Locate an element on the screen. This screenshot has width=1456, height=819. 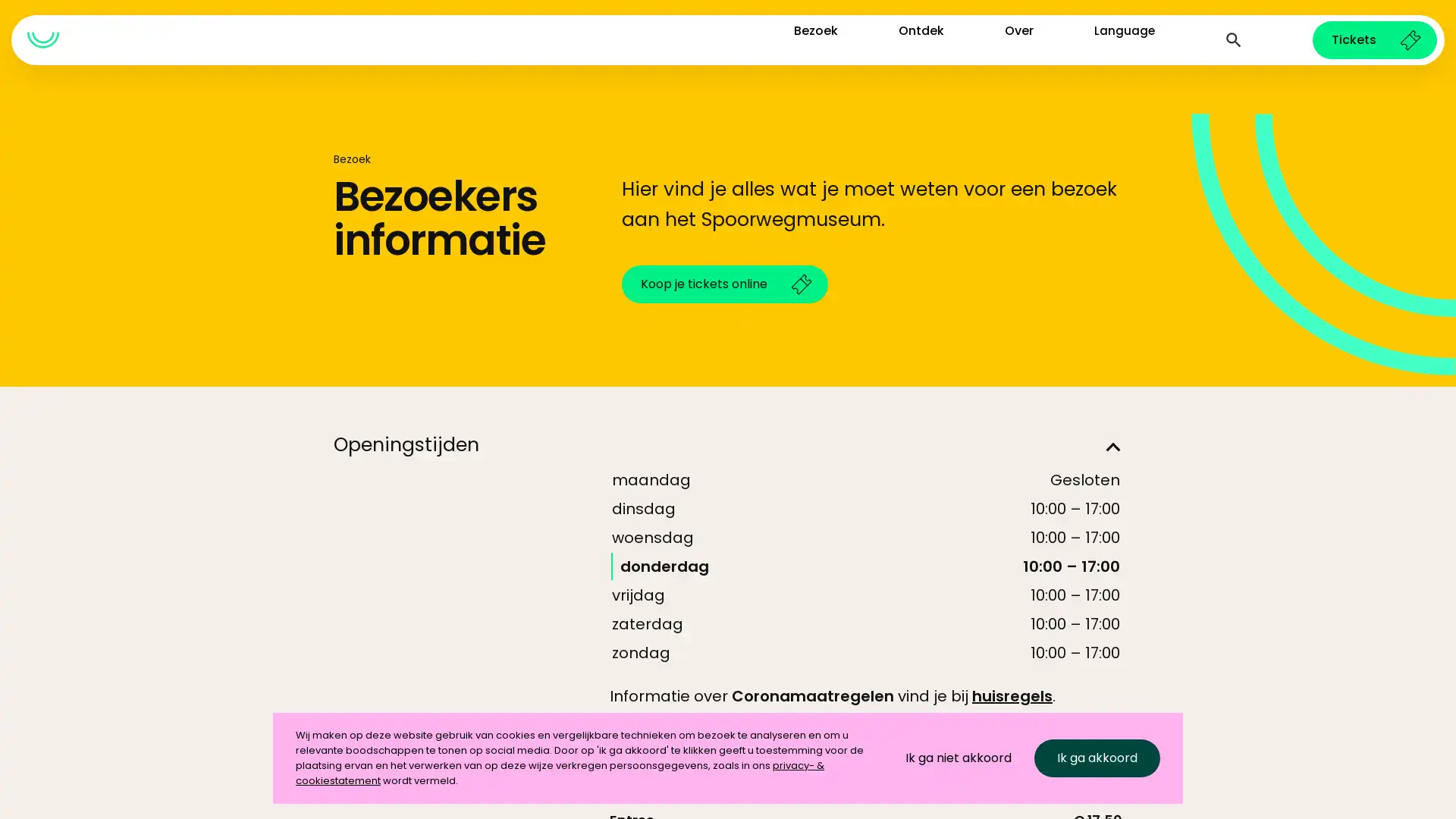
Ik ga akkoord is located at coordinates (1097, 758).